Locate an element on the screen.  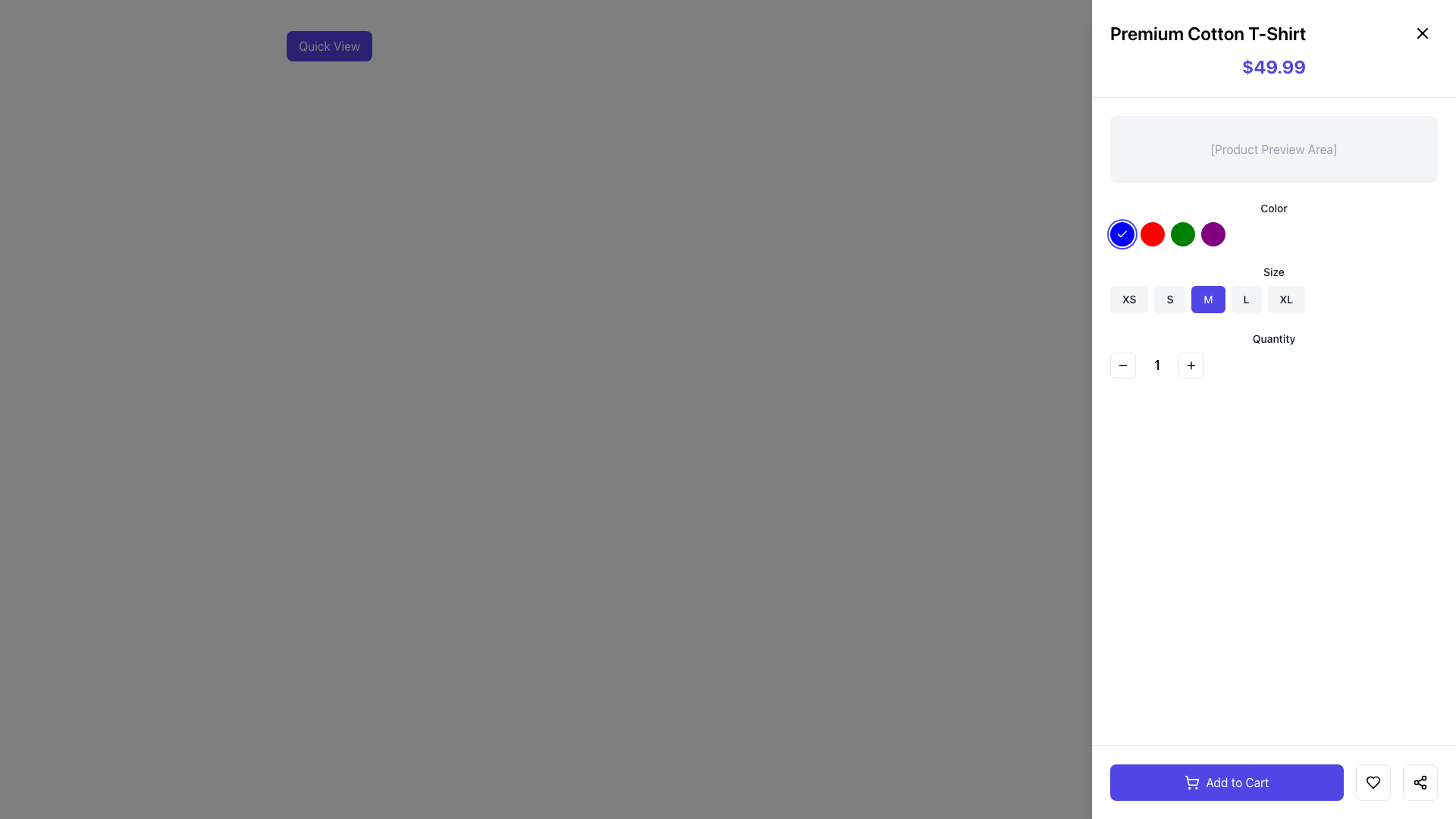
the 'XS' size selection button located under the 'Size' label on the right panel is located at coordinates (1128, 299).